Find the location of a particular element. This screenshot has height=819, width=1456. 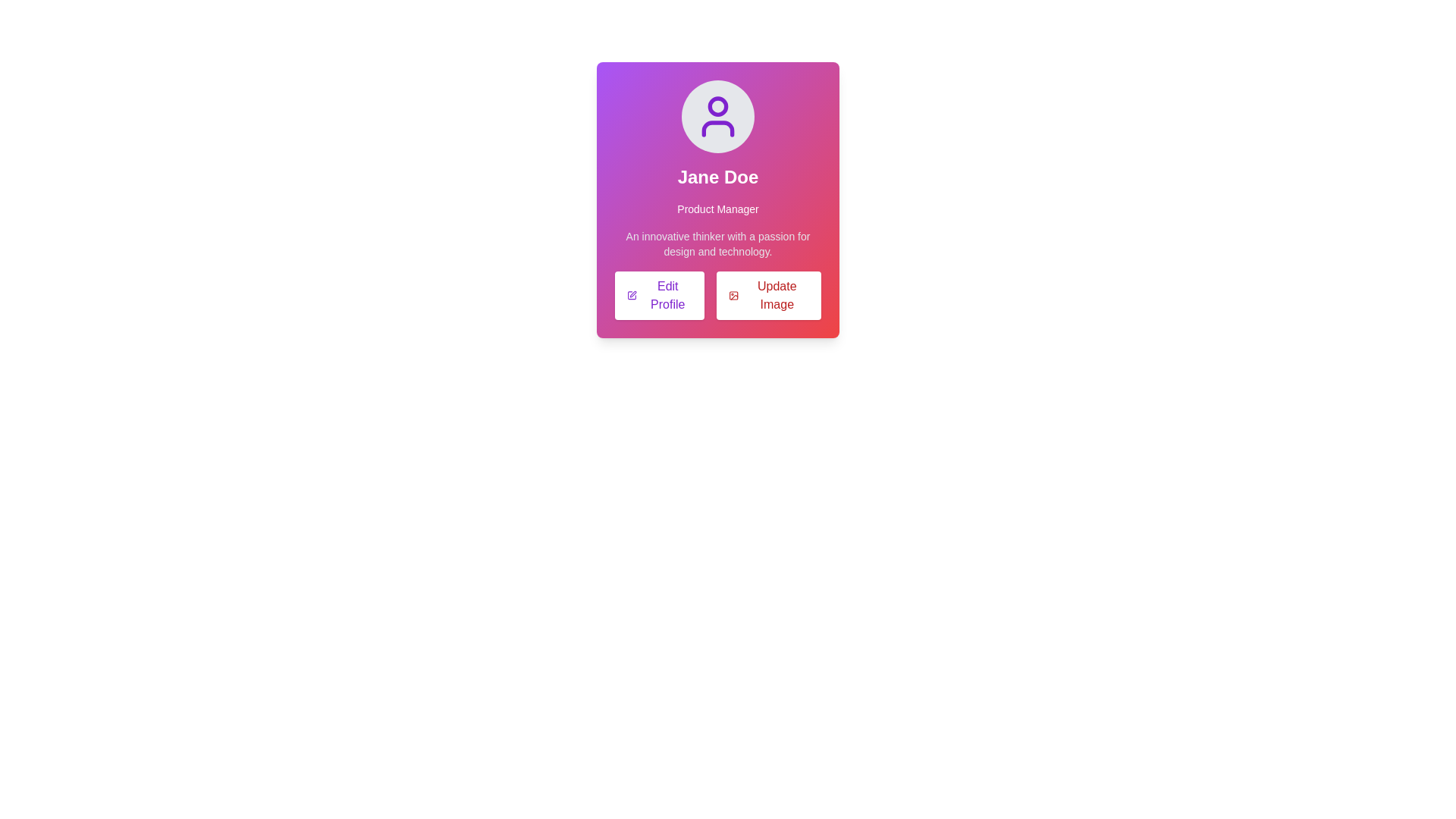

the decorative icon located to the left of the 'Update Image' button, which enhances its visual appeal is located at coordinates (733, 295).